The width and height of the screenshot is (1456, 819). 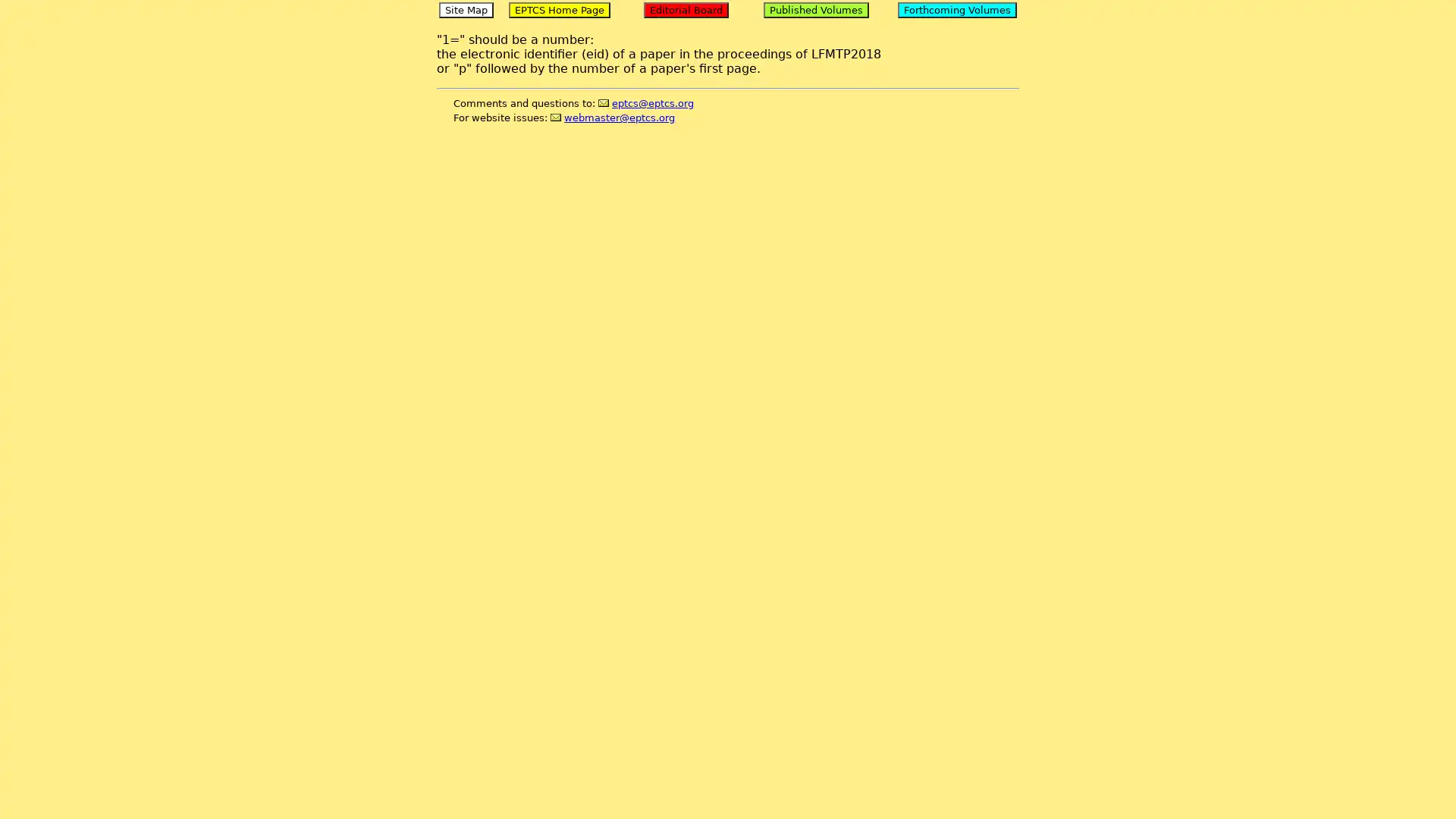 What do you see at coordinates (686, 10) in the screenshot?
I see `Editorial Board` at bounding box center [686, 10].